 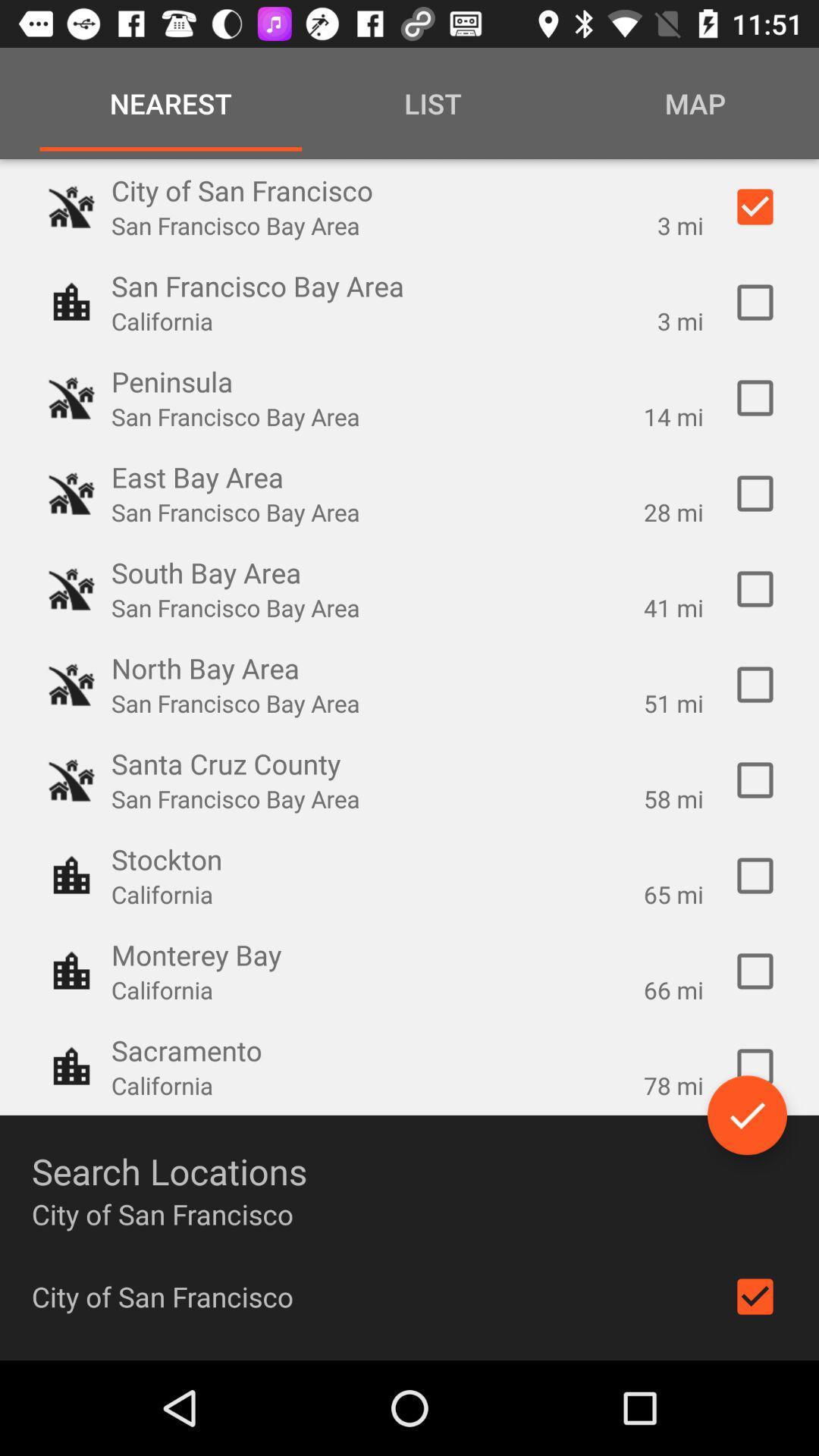 What do you see at coordinates (755, 494) in the screenshot?
I see `this city` at bounding box center [755, 494].